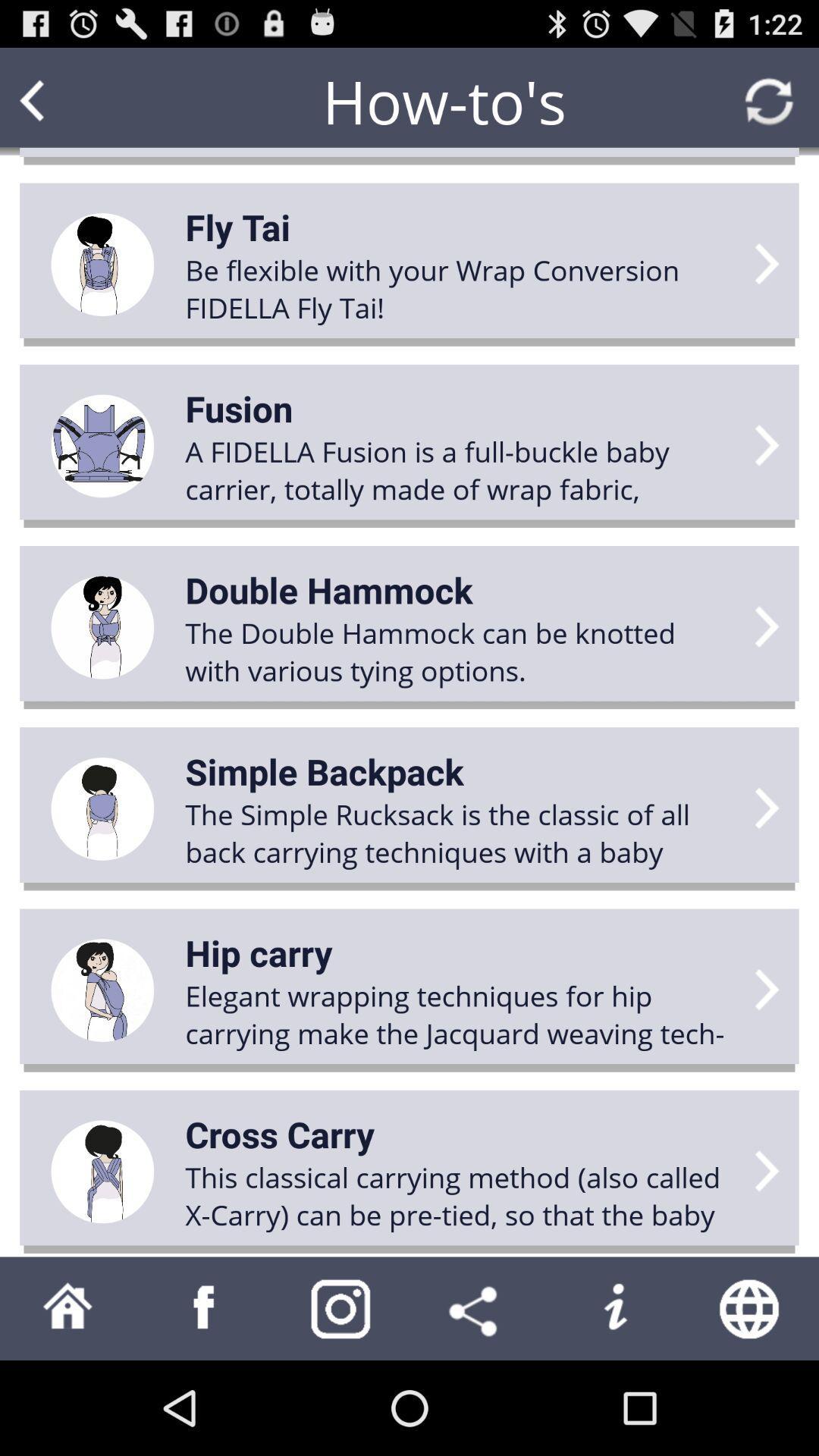  I want to click on facebook, so click(205, 1307).